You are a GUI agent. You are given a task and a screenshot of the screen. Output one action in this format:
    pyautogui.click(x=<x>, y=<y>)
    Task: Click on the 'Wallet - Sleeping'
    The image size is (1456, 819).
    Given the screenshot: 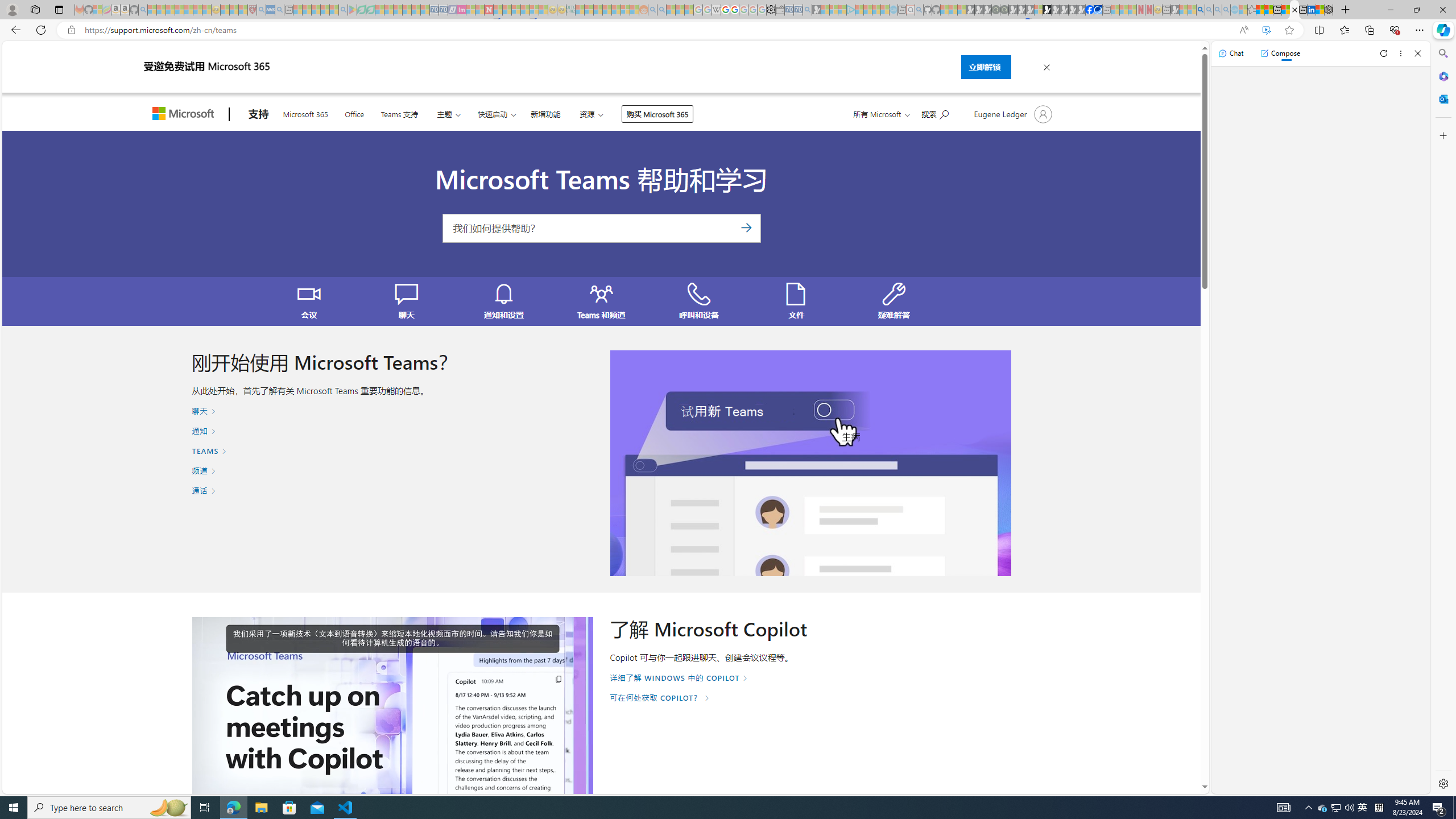 What is the action you would take?
    pyautogui.click(x=779, y=9)
    